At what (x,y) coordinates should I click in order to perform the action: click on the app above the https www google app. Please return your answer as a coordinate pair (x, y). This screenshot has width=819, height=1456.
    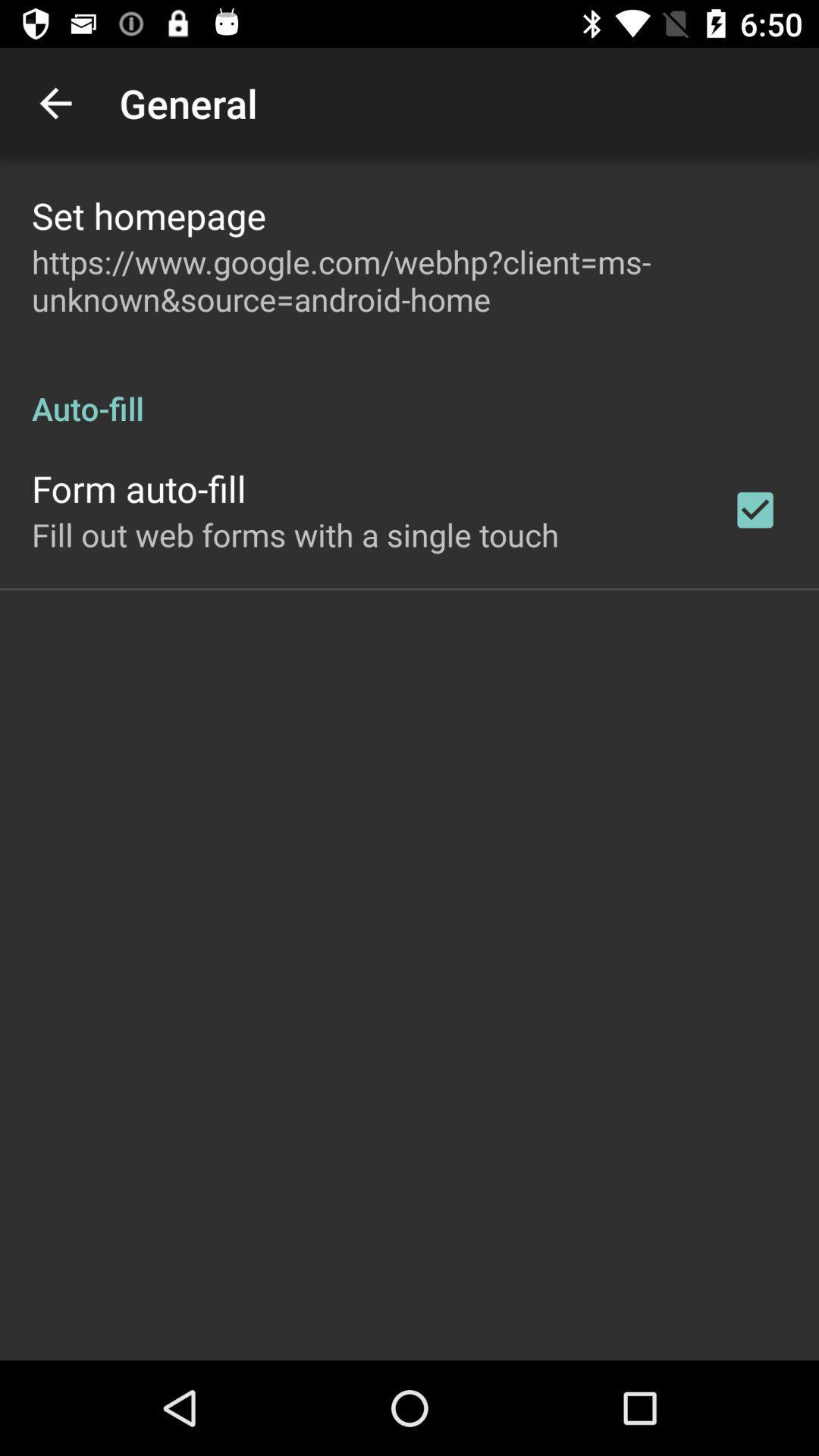
    Looking at the image, I should click on (149, 215).